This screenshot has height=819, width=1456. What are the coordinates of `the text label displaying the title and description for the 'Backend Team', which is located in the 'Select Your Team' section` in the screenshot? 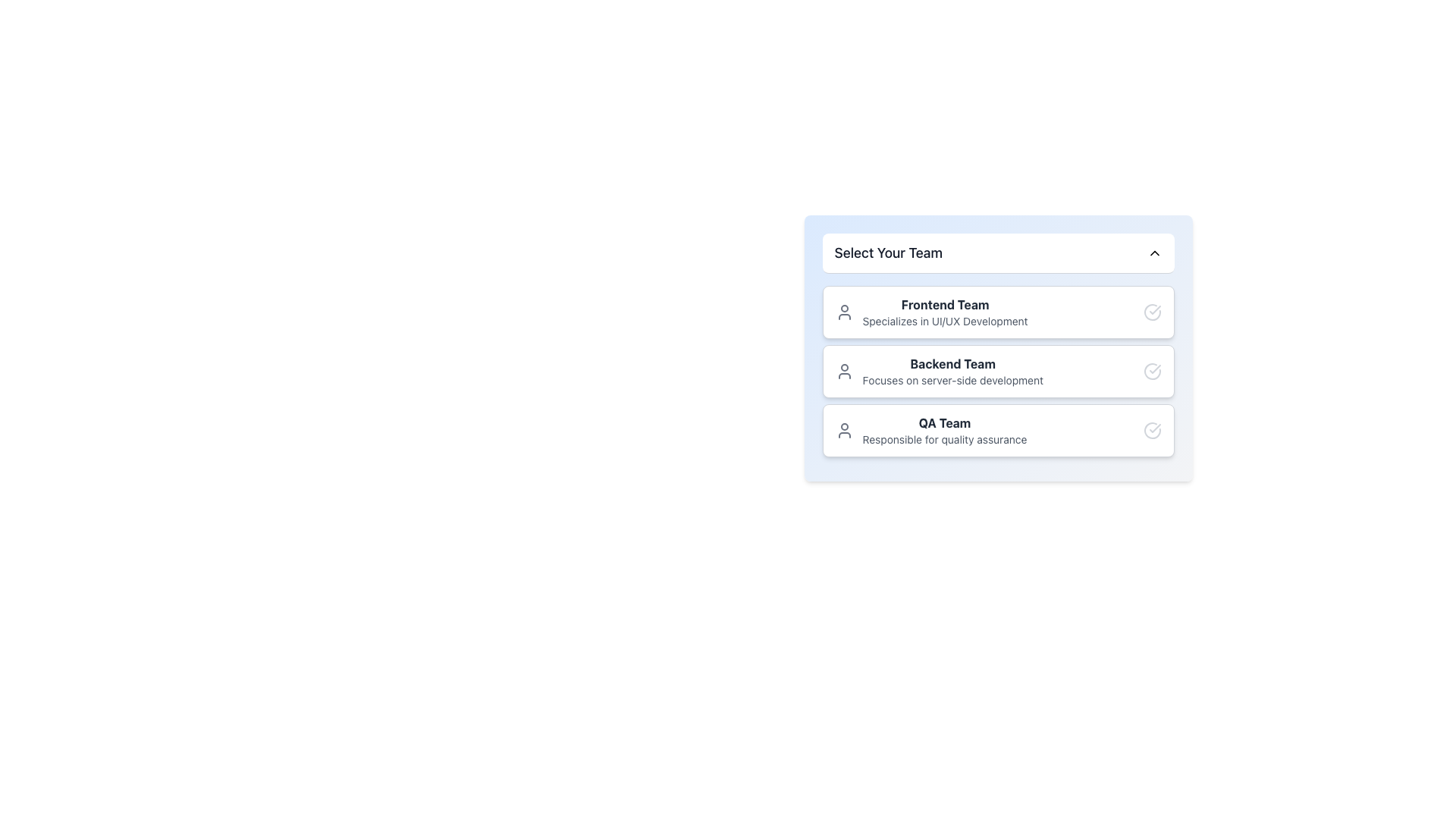 It's located at (952, 371).